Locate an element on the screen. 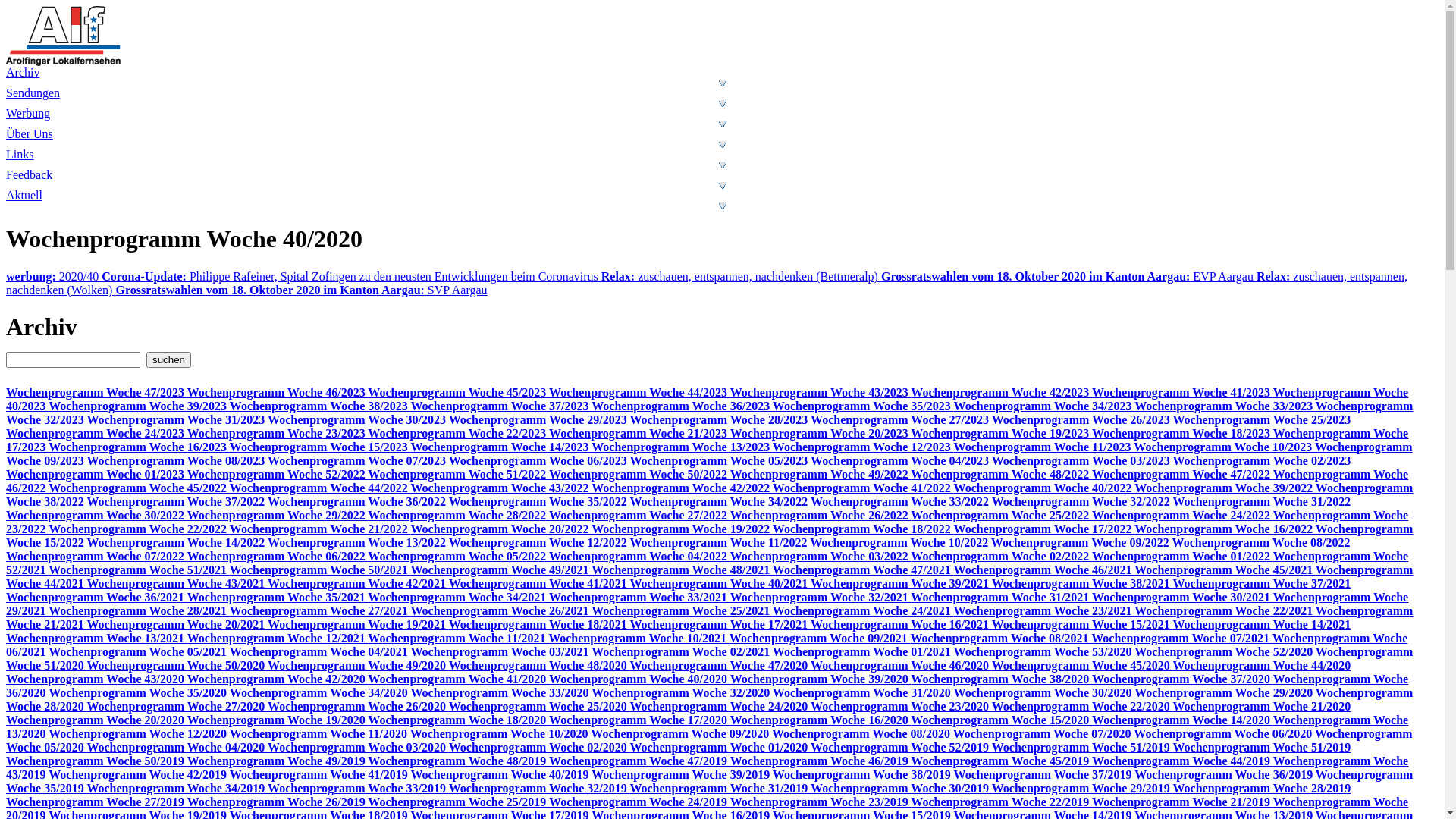  'Wochenprogramm Woche 02/2023' is located at coordinates (1261, 460).